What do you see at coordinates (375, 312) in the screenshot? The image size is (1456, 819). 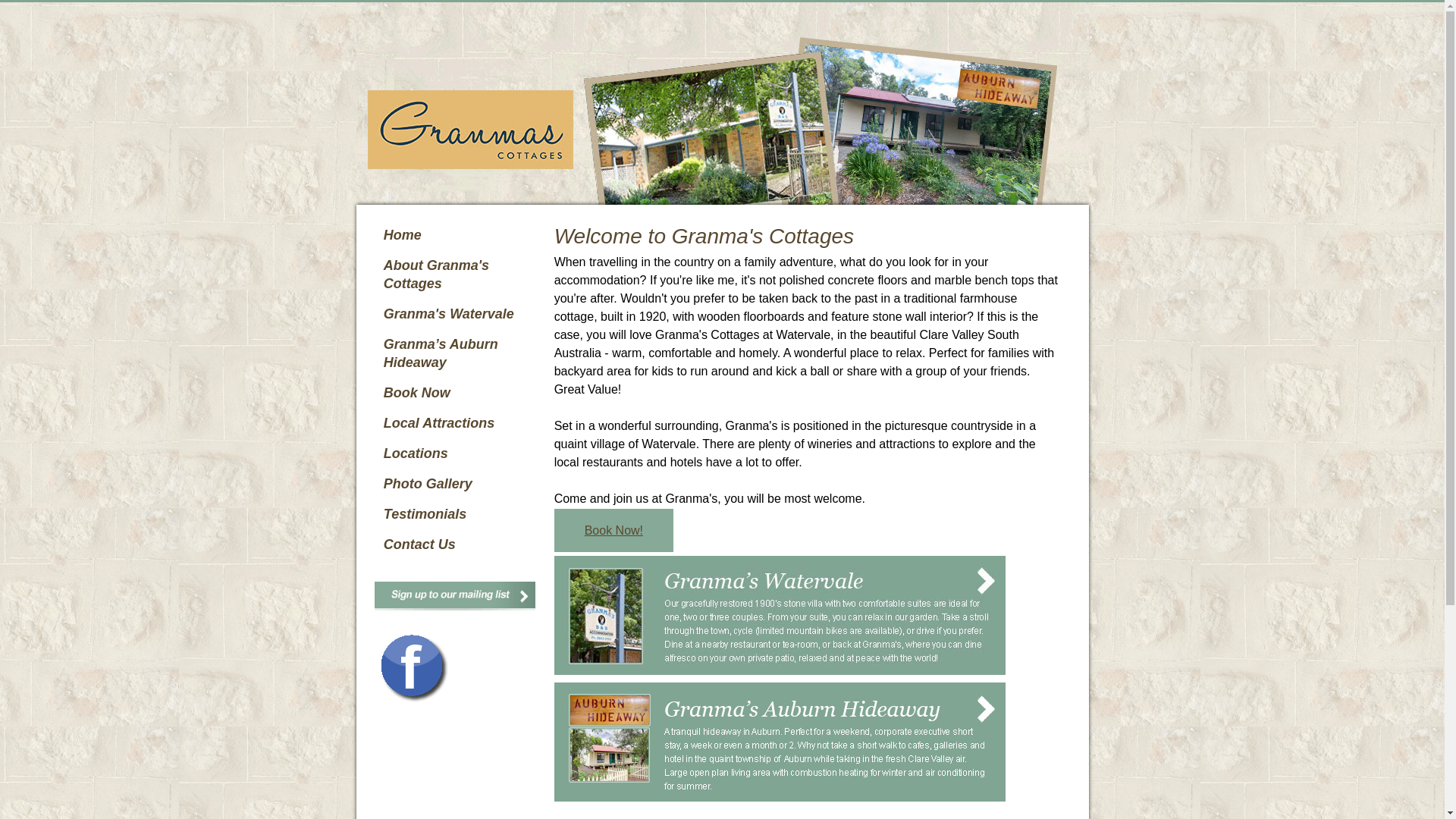 I see `'Granma's Watervale'` at bounding box center [375, 312].